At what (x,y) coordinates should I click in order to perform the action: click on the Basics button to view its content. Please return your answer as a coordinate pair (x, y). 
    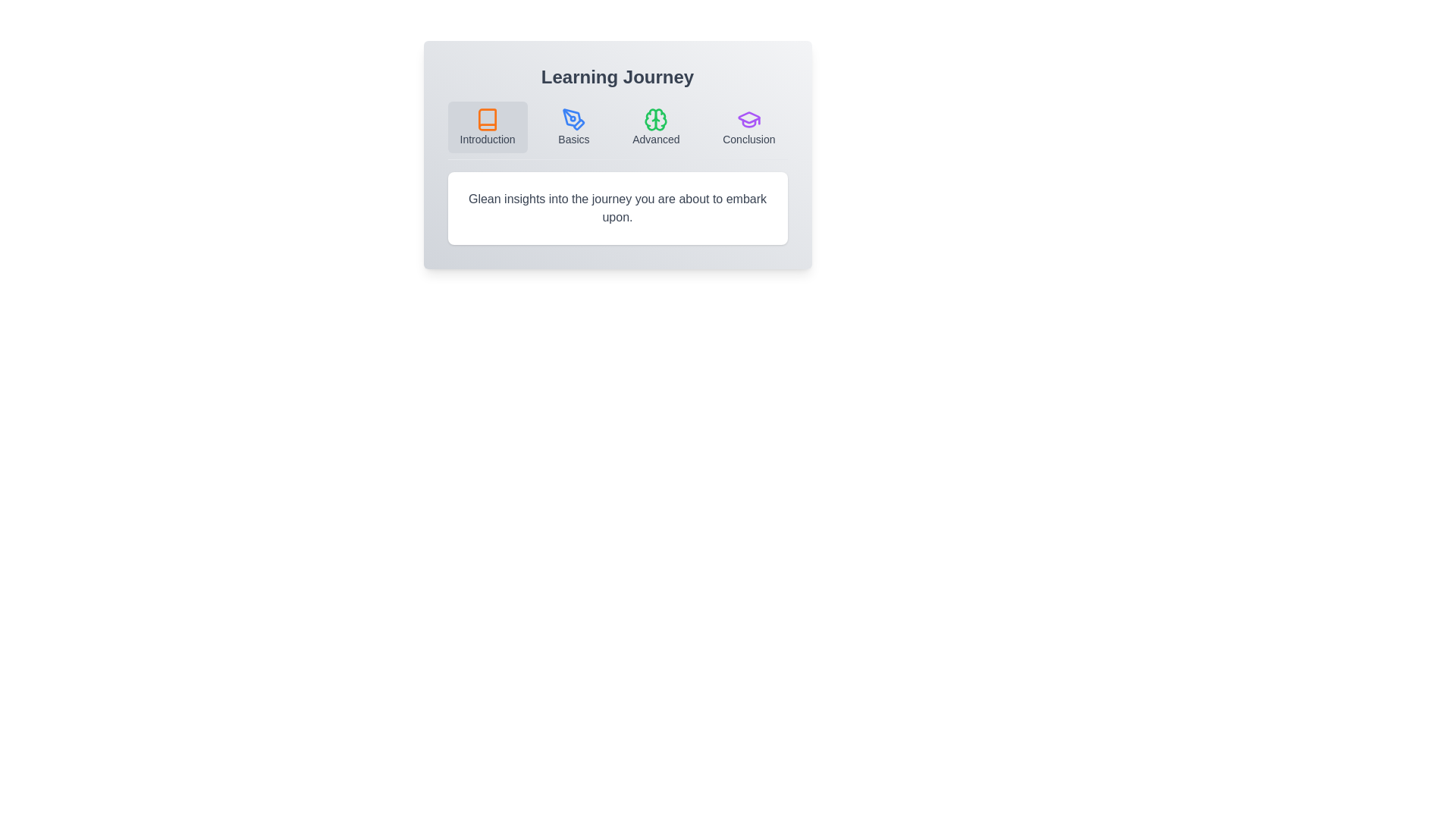
    Looking at the image, I should click on (573, 127).